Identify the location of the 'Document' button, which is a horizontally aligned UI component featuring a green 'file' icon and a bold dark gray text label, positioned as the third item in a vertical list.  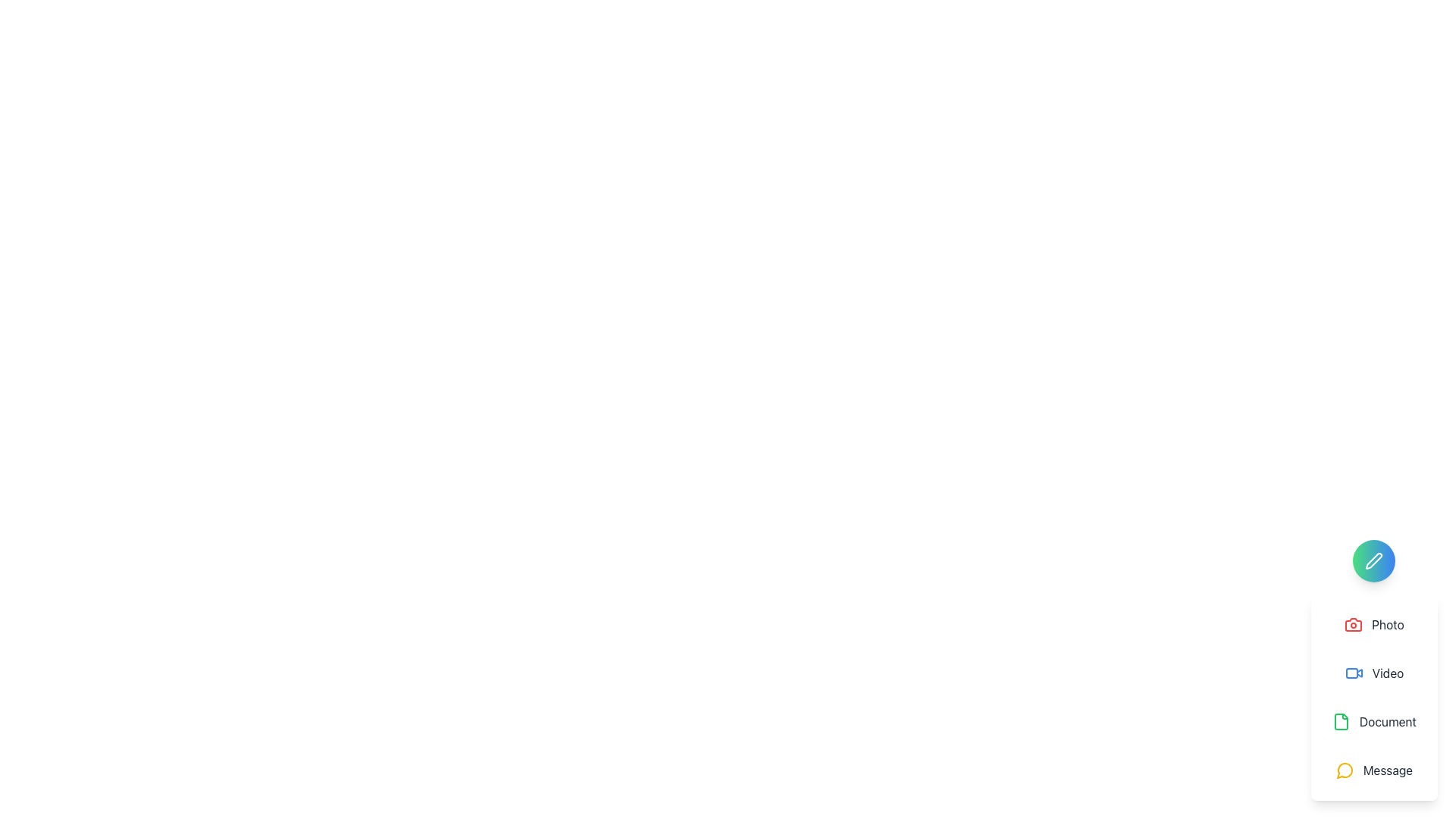
(1374, 721).